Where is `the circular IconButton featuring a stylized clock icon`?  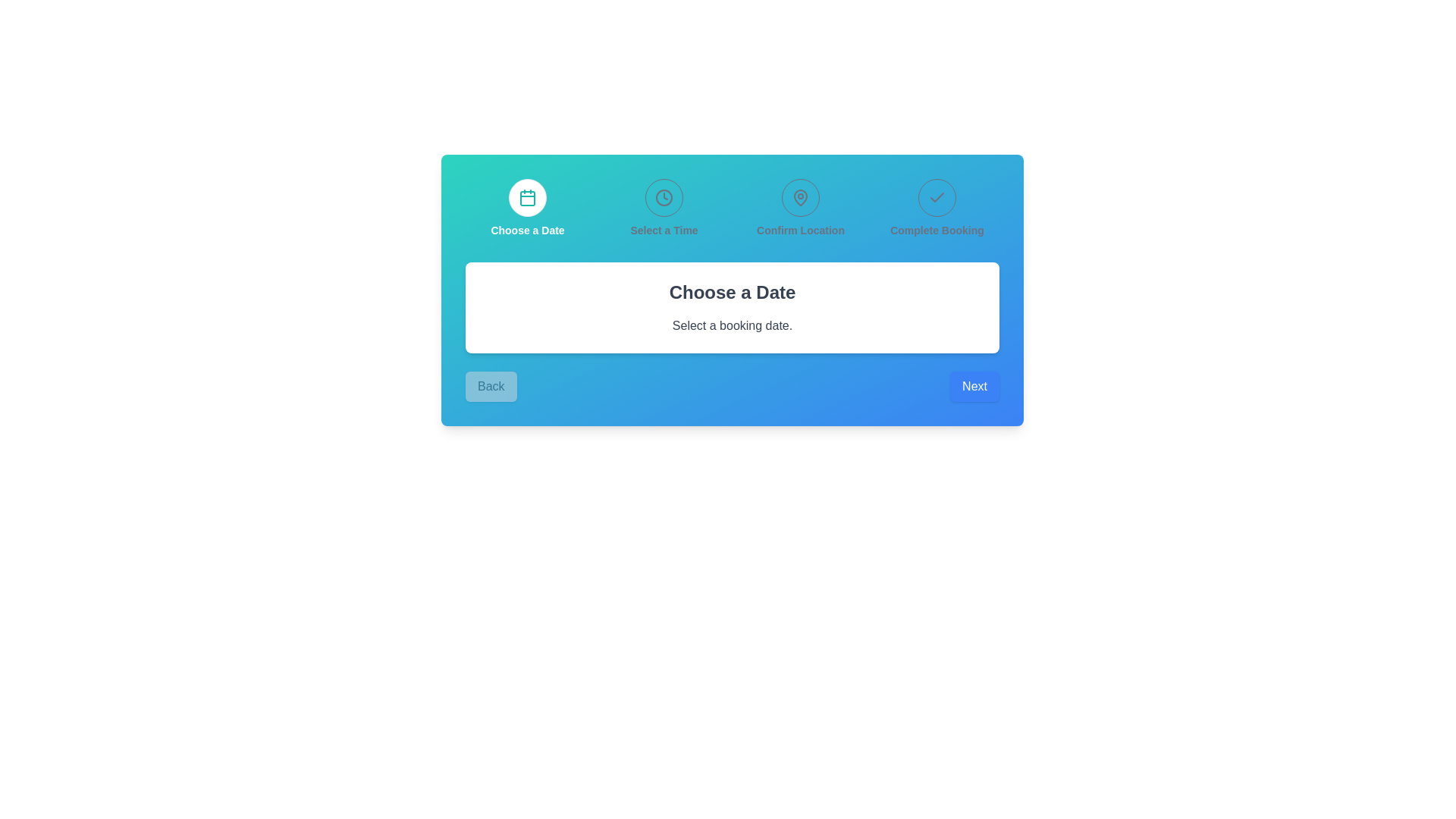 the circular IconButton featuring a stylized clock icon is located at coordinates (664, 197).